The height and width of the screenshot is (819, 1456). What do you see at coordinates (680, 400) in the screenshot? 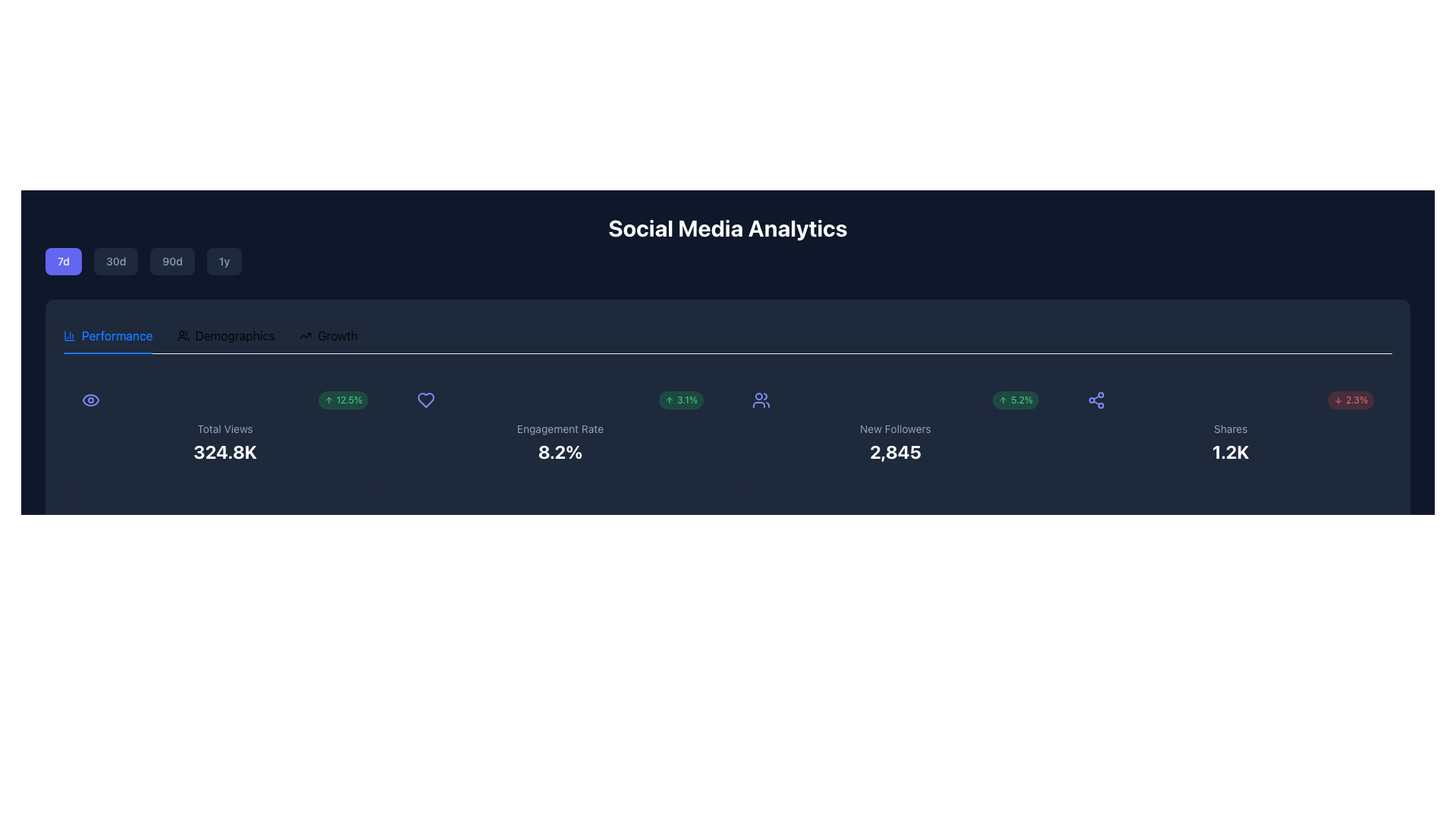
I see `the text element indicating the percentage change in engagement rate, which is positioned in the second metric section of the 'Social Media Analytics' panel, to the right of the 'Engagement Rate' label and value` at bounding box center [680, 400].